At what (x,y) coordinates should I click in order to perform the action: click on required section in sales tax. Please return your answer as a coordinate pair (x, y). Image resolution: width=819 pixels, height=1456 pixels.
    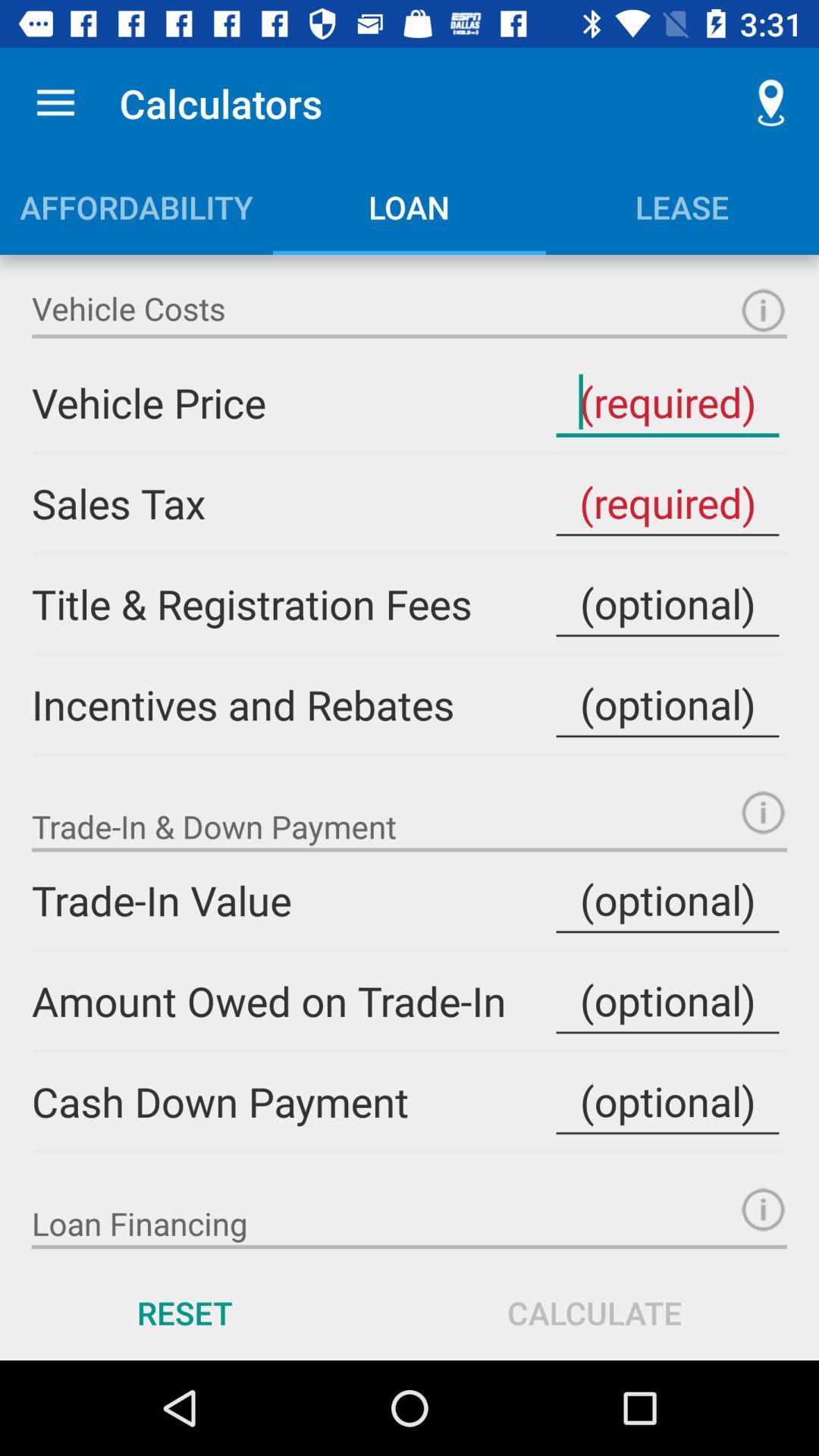
    Looking at the image, I should click on (667, 503).